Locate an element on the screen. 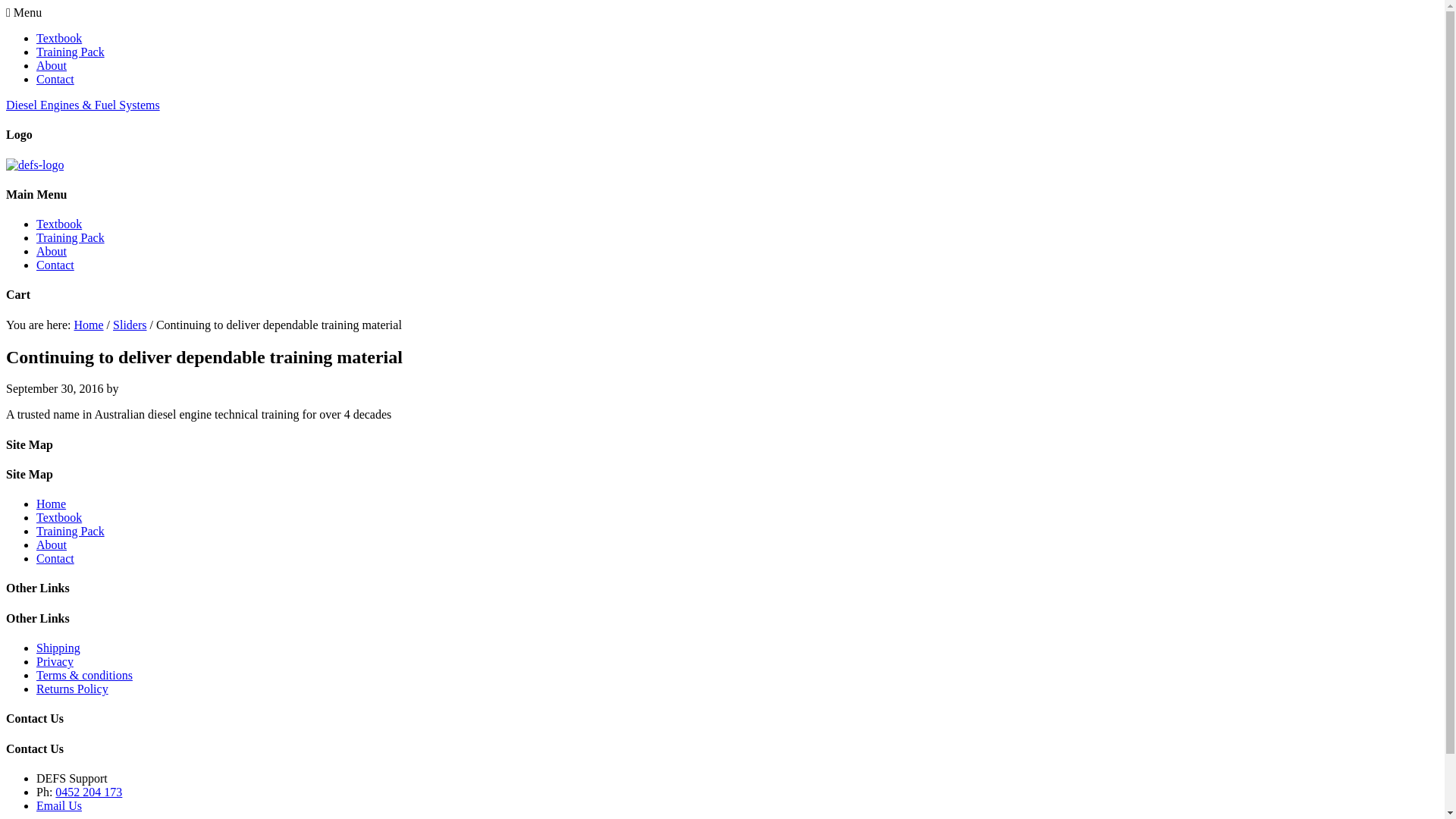 The height and width of the screenshot is (819, 1456). 'About' is located at coordinates (51, 250).